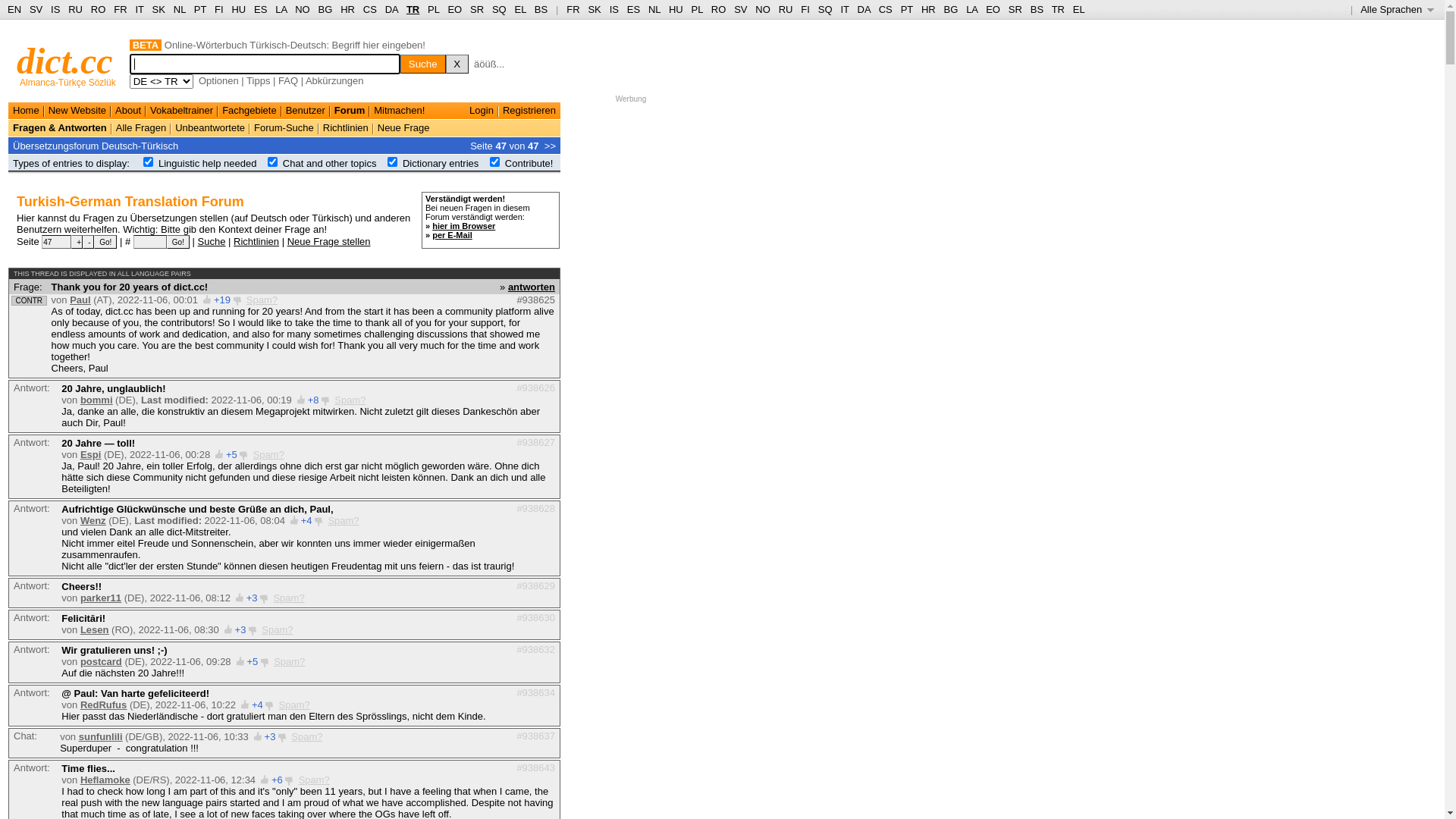 This screenshot has height=819, width=1456. I want to click on 'Wenz', so click(93, 519).